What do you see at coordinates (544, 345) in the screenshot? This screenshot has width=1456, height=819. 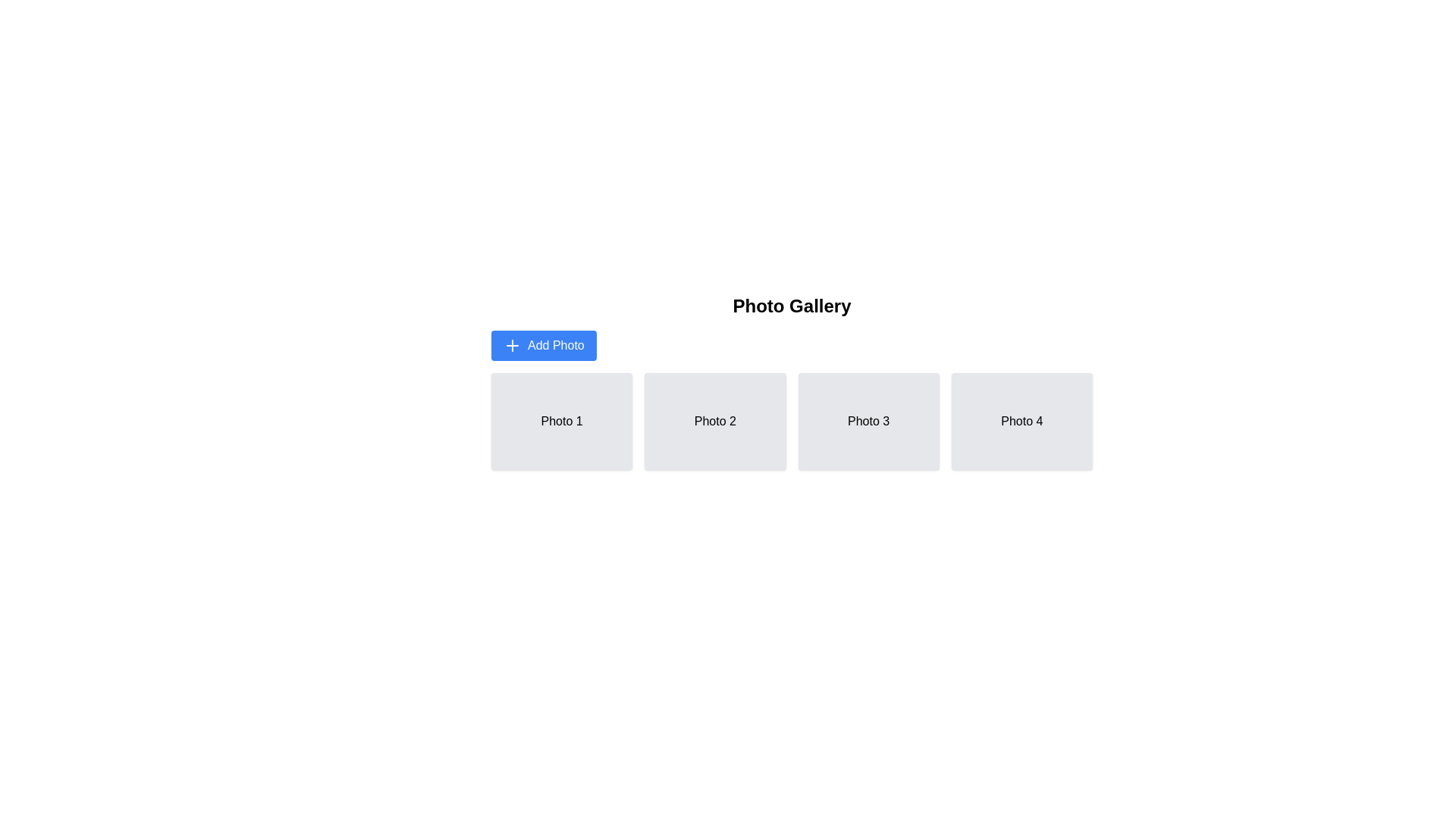 I see `the rectangular button with a bright blue background labeled 'Add Photo', which is located beneath the 'Photo Gallery' text` at bounding box center [544, 345].